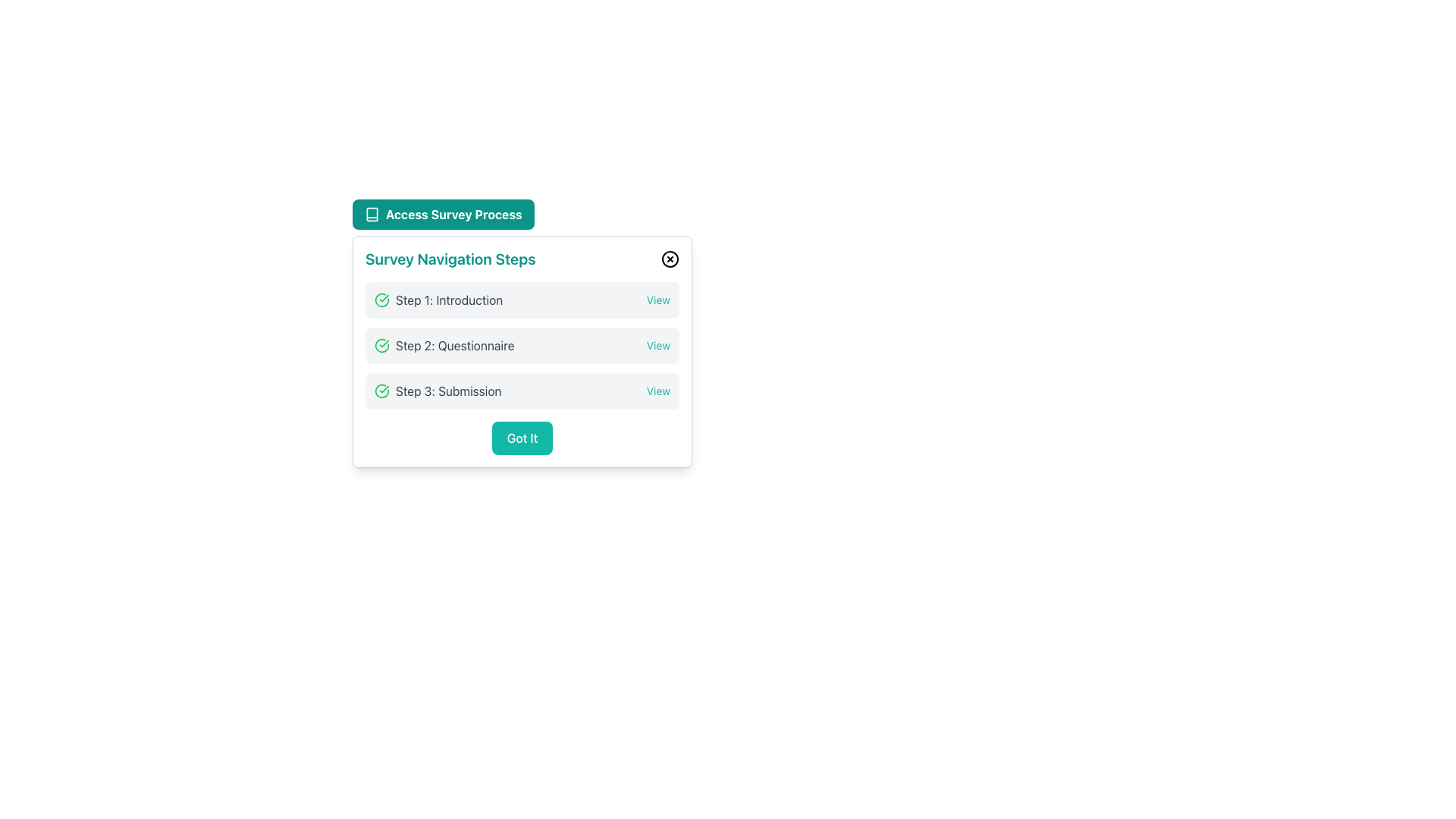  What do you see at coordinates (522, 259) in the screenshot?
I see `the header area of the modal, which includes a close button on its right side` at bounding box center [522, 259].